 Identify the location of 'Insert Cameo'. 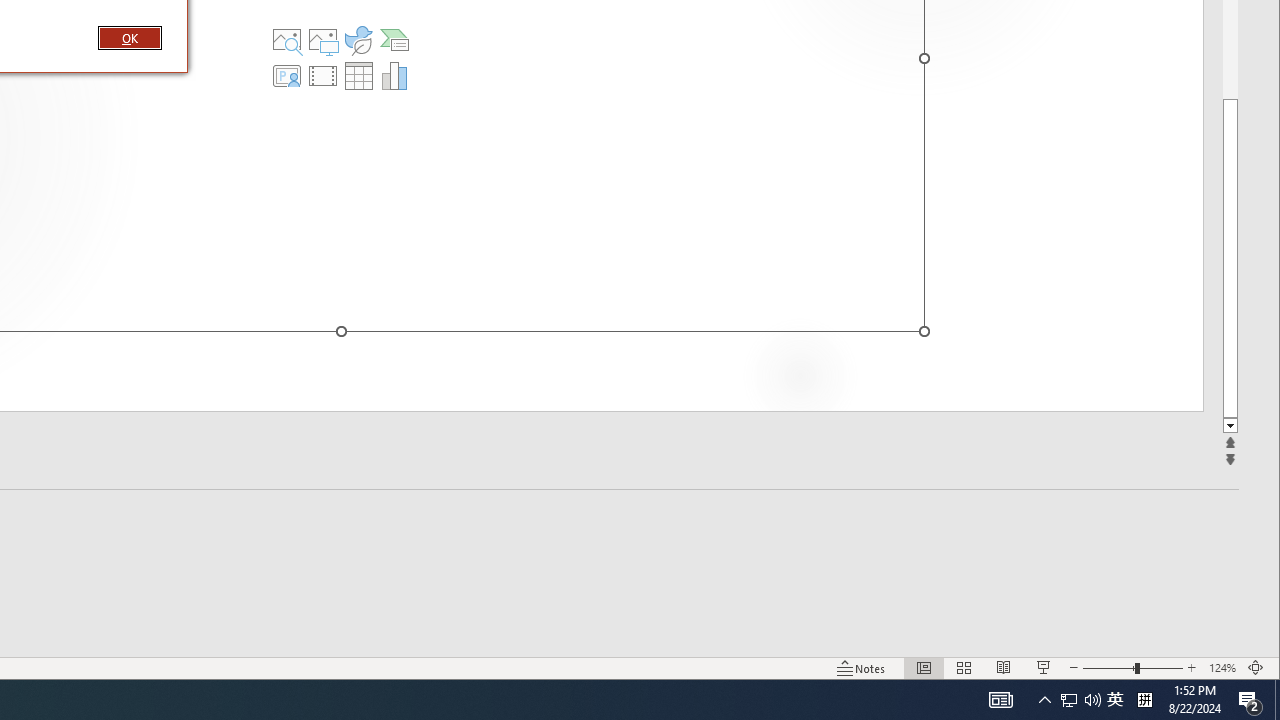
(286, 74).